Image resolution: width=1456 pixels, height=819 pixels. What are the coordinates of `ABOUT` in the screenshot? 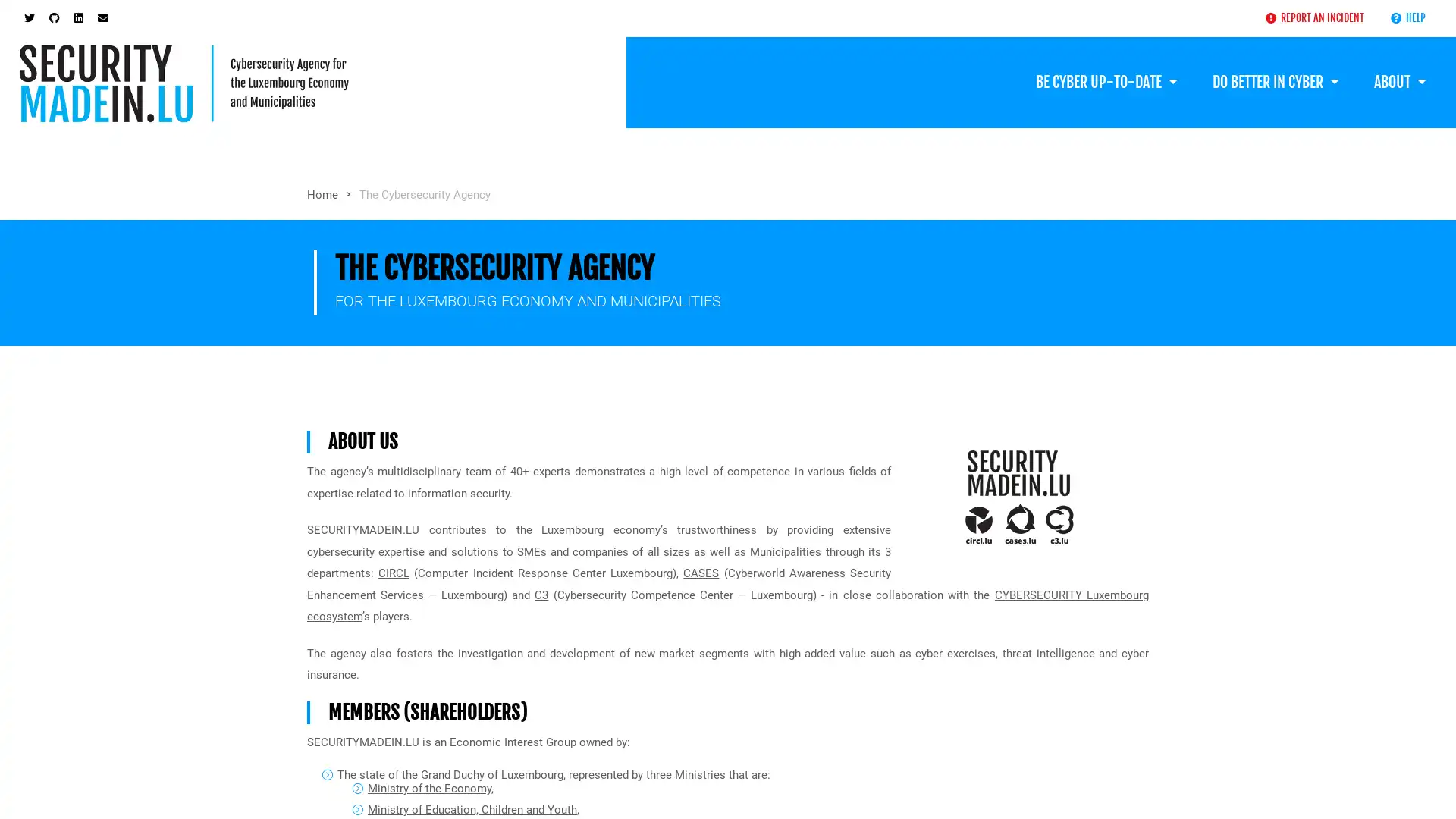 It's located at (1399, 82).